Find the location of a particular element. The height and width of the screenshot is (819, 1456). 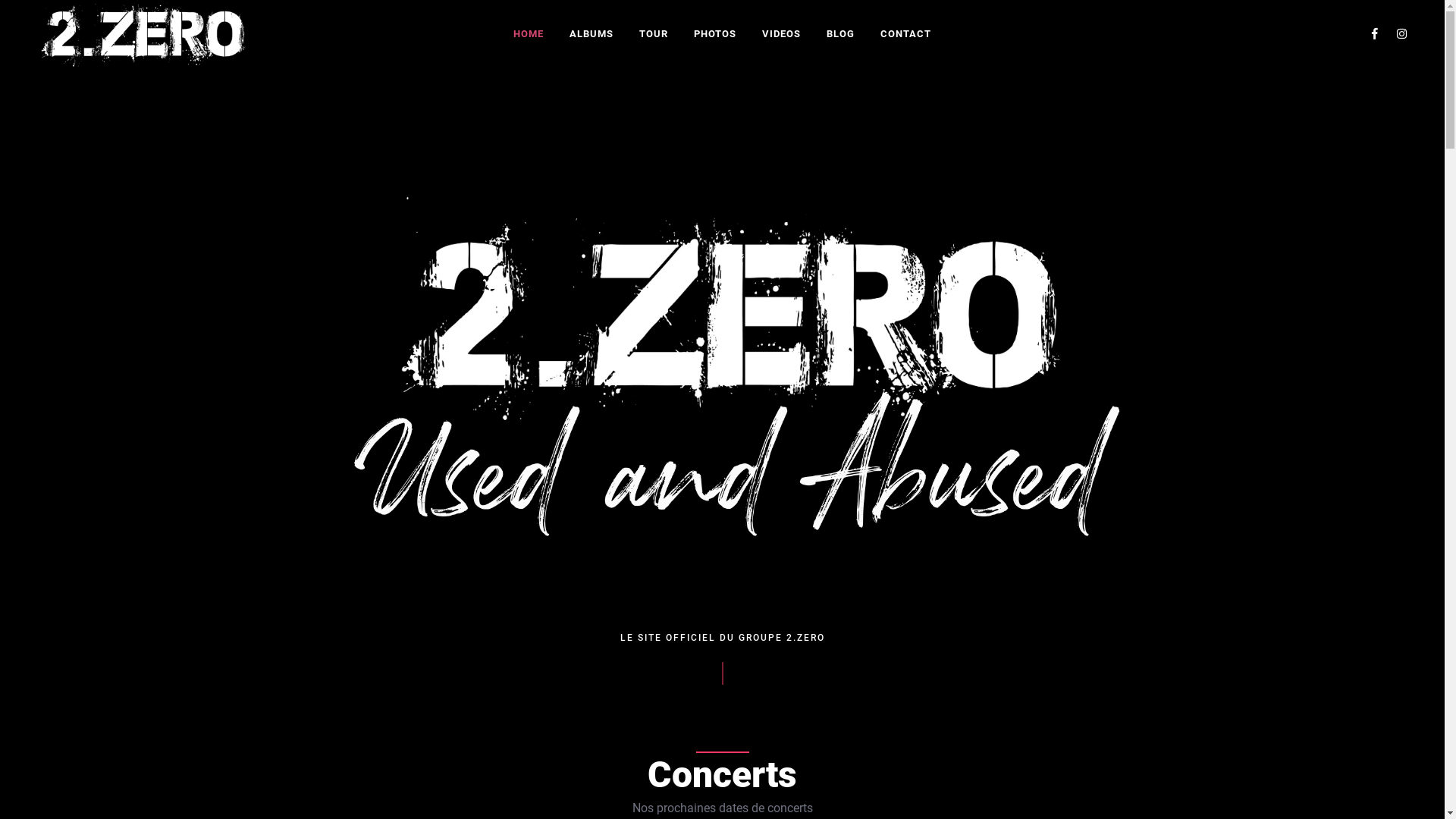

'VIDEOS' is located at coordinates (750, 33).